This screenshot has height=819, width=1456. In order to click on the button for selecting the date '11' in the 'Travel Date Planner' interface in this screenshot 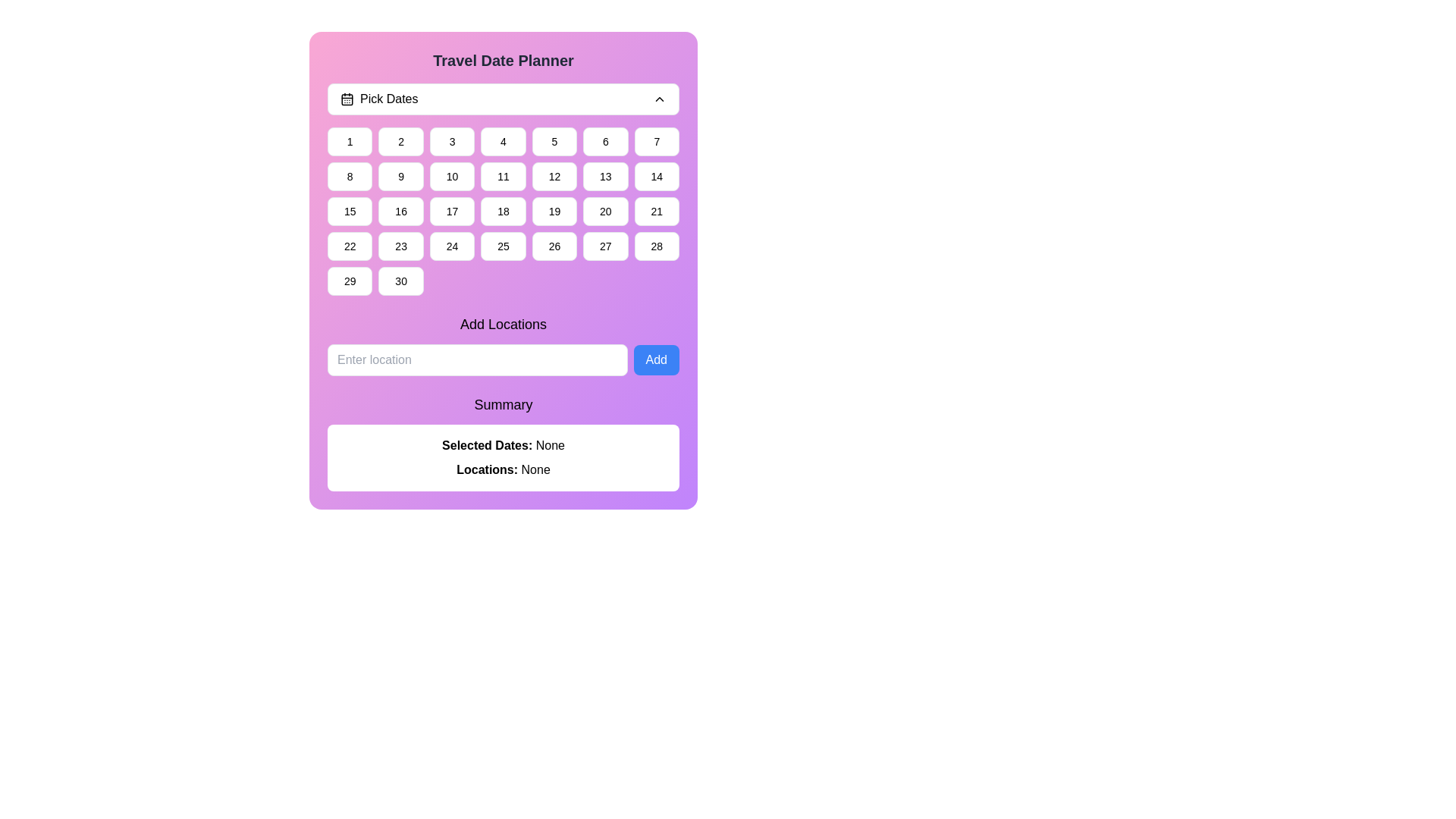, I will do `click(503, 175)`.